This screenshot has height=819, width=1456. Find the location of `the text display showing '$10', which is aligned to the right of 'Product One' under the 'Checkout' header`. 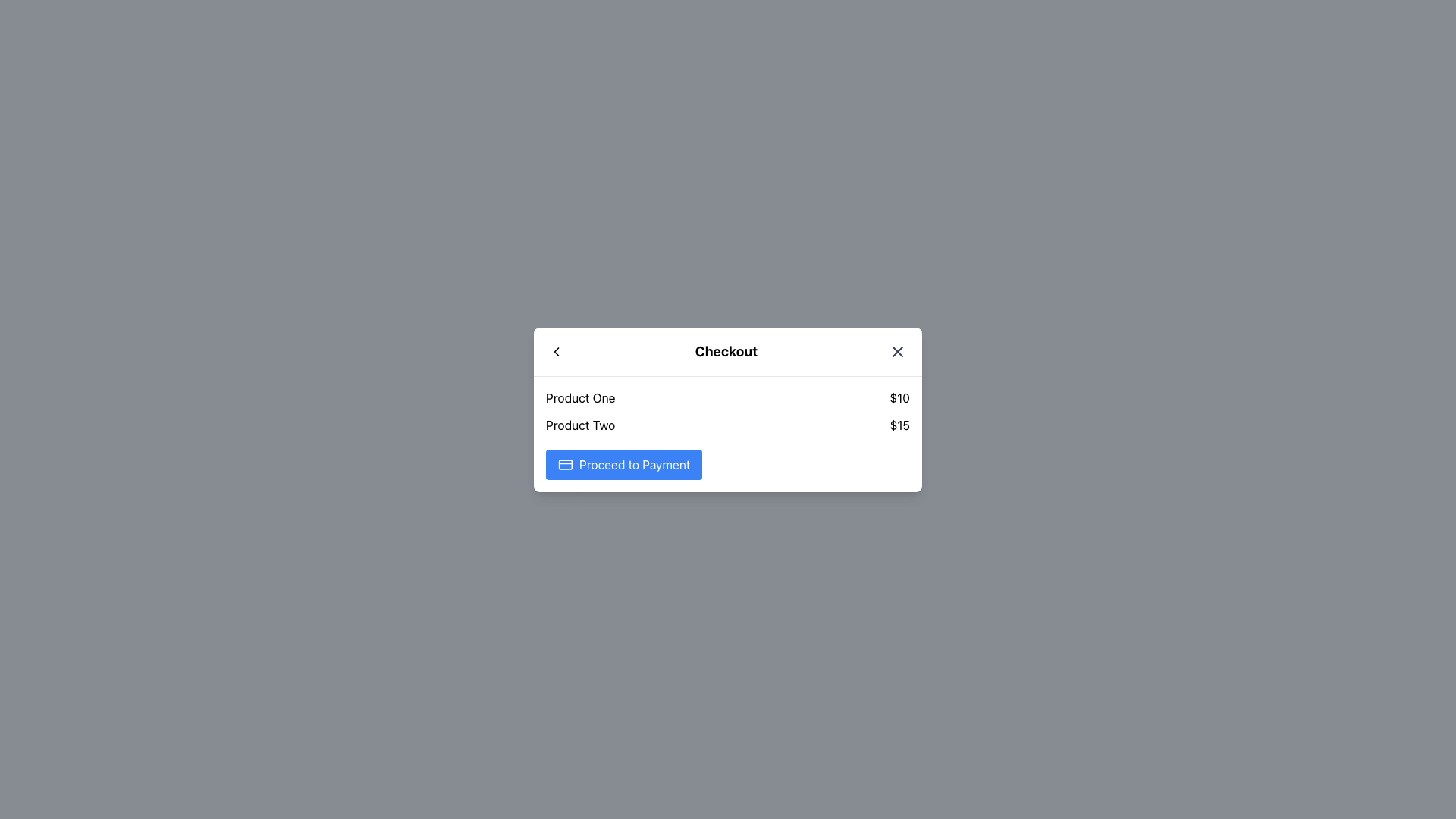

the text display showing '$10', which is aligned to the right of 'Product One' under the 'Checkout' header is located at coordinates (899, 397).